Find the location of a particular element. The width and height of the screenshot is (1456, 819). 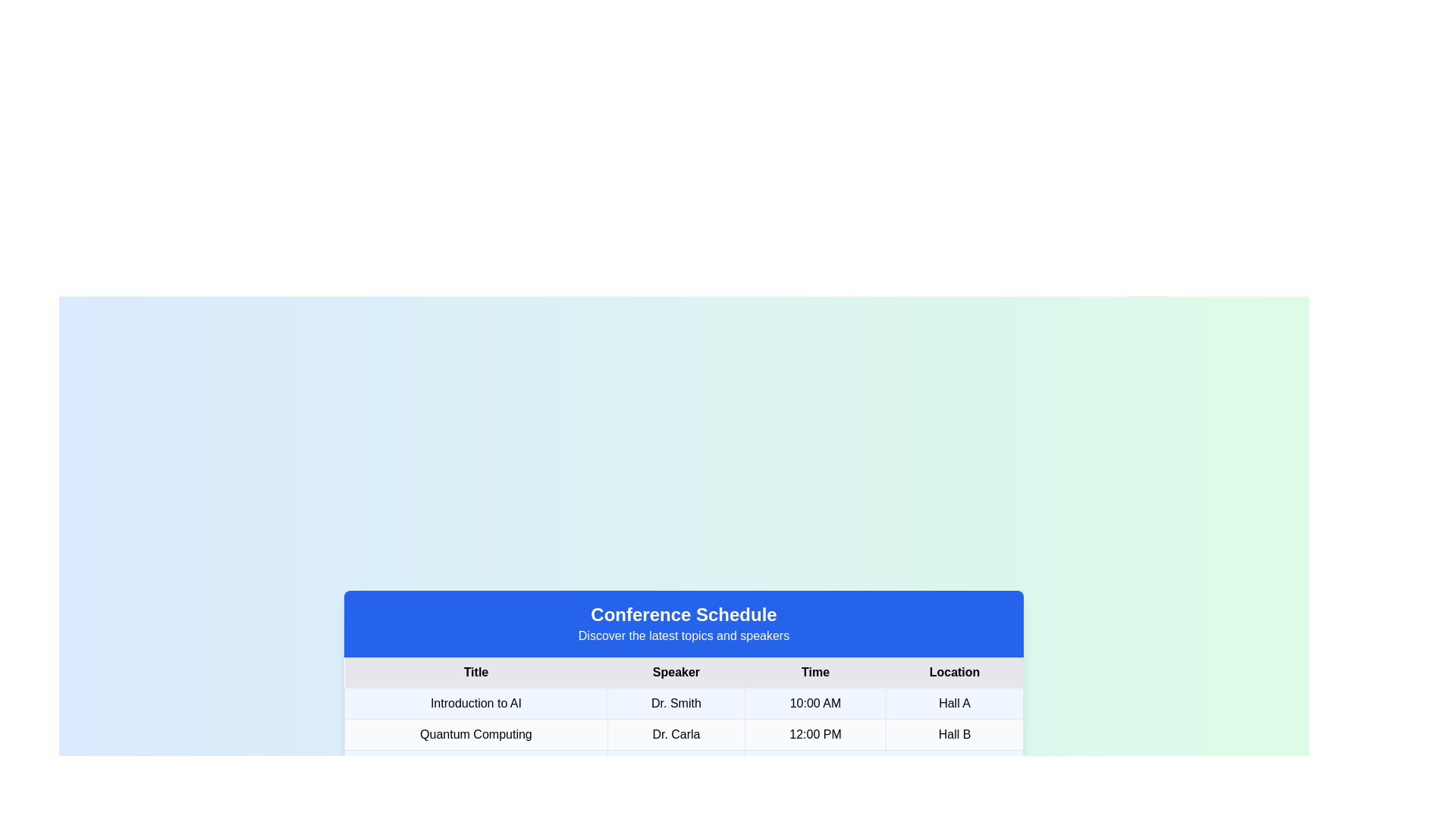

the text label displaying the title of a session in the schedule table, located in the second row and first column under the 'Title' column is located at coordinates (475, 733).